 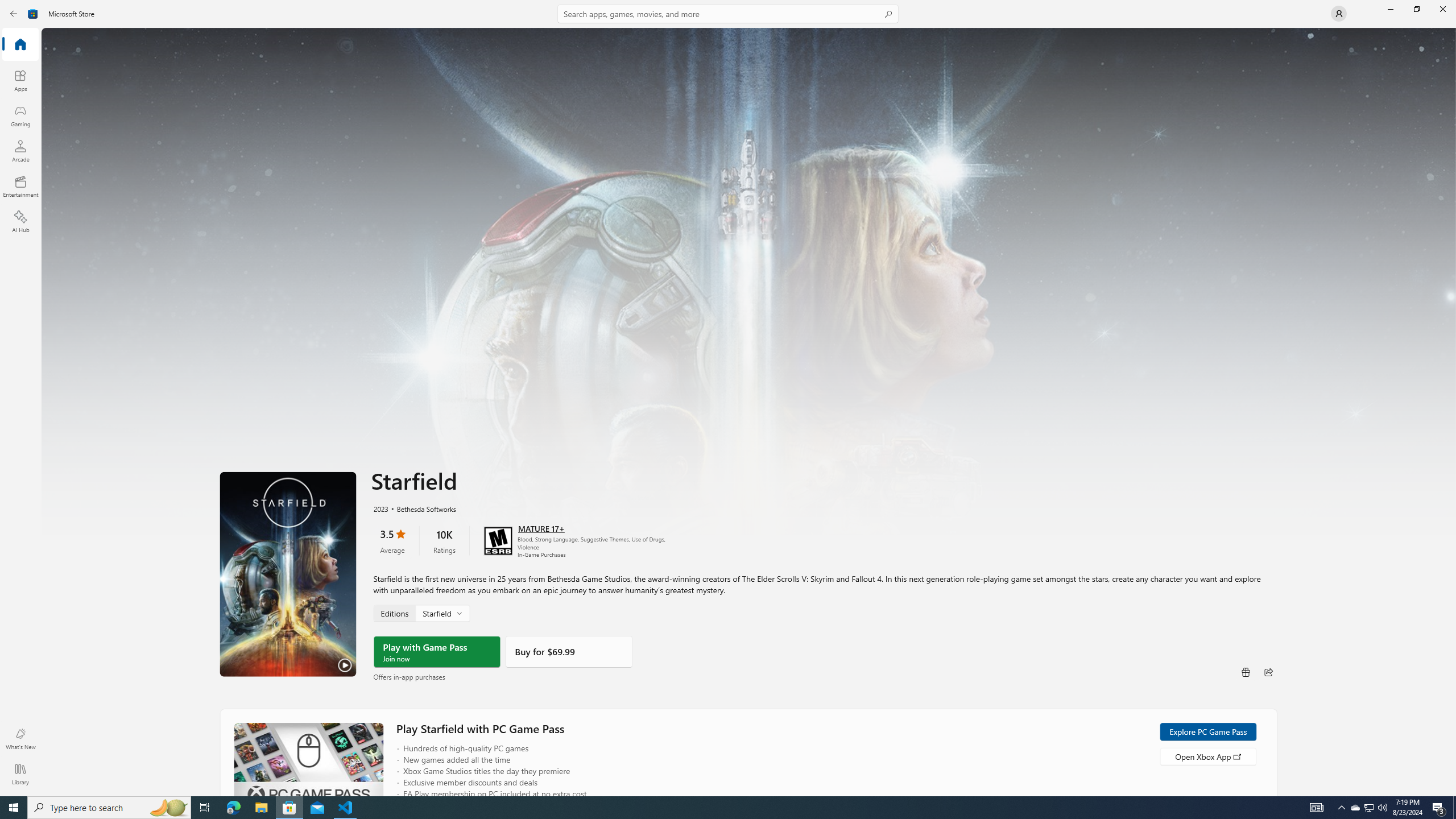 I want to click on 'Arcade', so click(x=19, y=150).